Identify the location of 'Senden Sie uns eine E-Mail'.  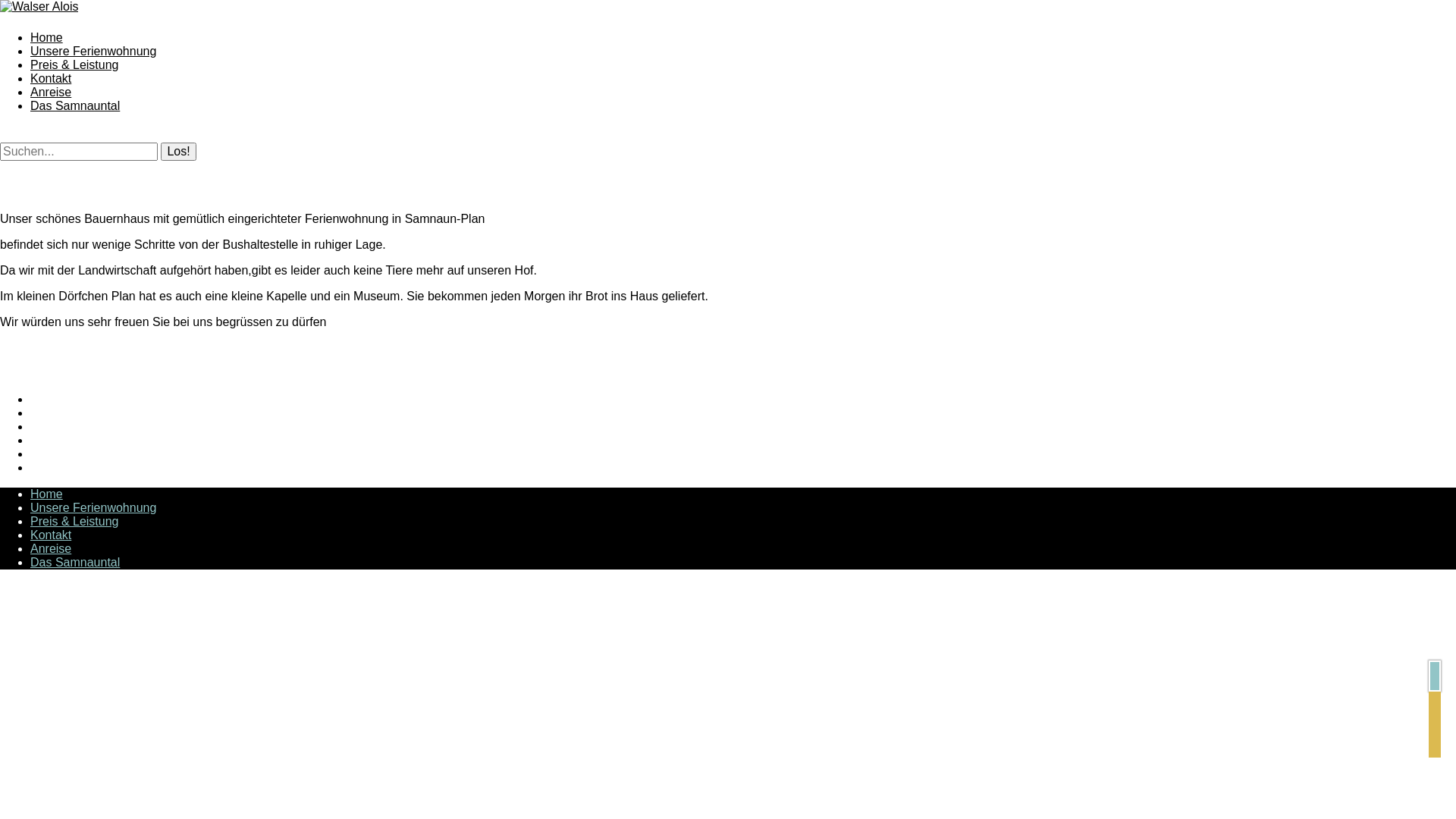
(1427, 745).